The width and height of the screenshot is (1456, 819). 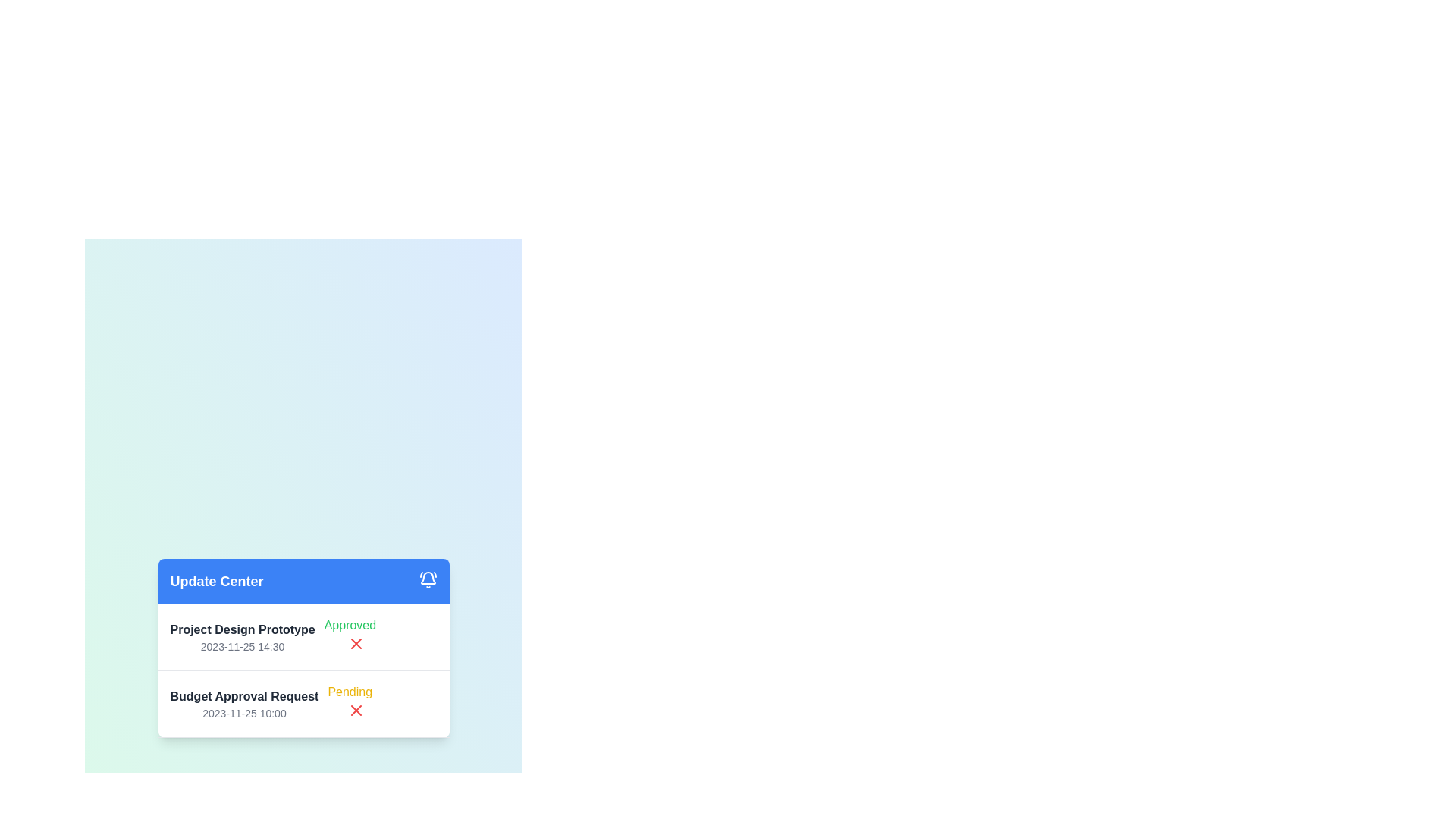 What do you see at coordinates (355, 711) in the screenshot?
I see `the action button located in the 'Budget Approval Request' row under the 'Update Center' section` at bounding box center [355, 711].